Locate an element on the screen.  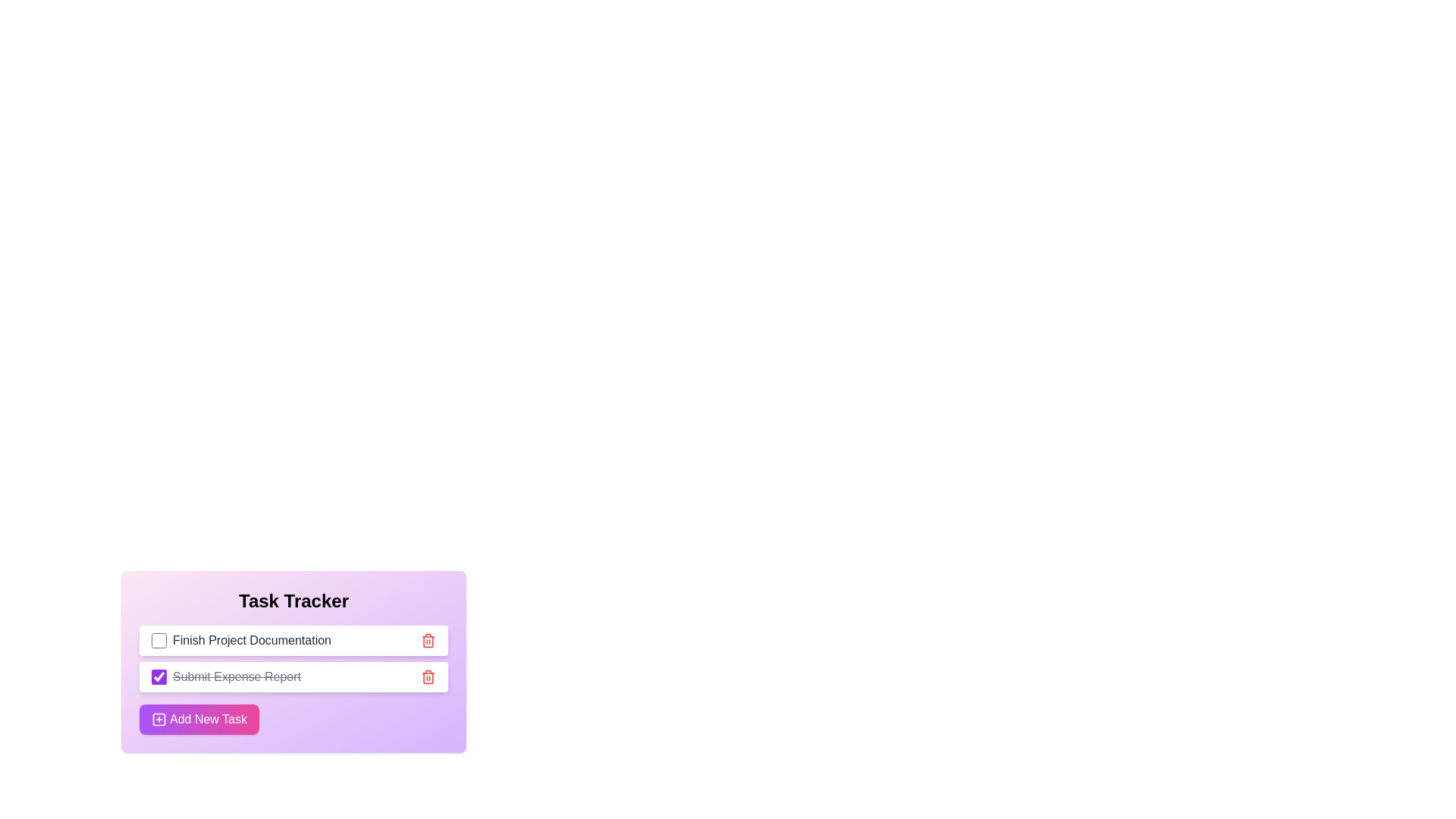
the 'Add New Task' button, which is styled with a gradient from purple to pink and contains white text with a rounded border is located at coordinates (199, 718).